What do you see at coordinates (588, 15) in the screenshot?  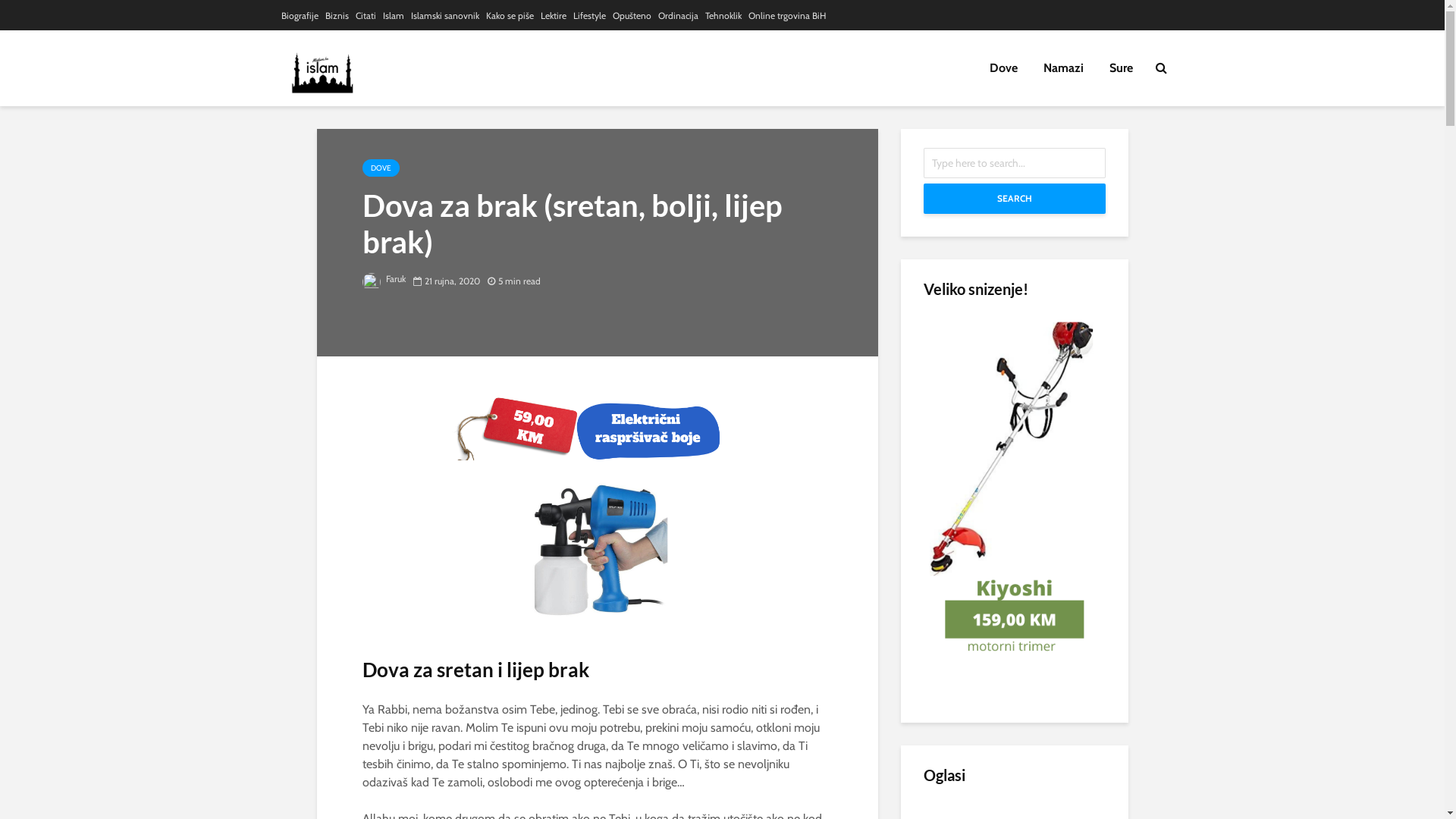 I see `'Lifestyle'` at bounding box center [588, 15].